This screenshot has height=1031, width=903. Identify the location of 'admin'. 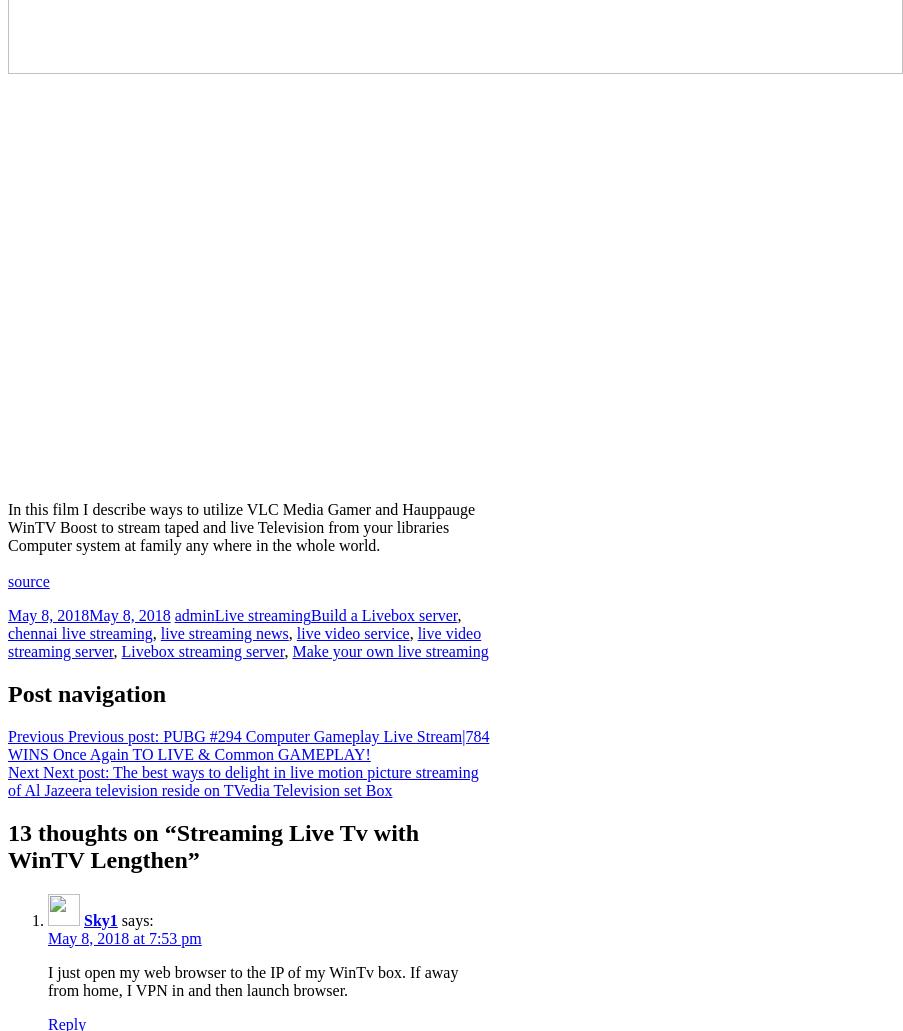
(192, 613).